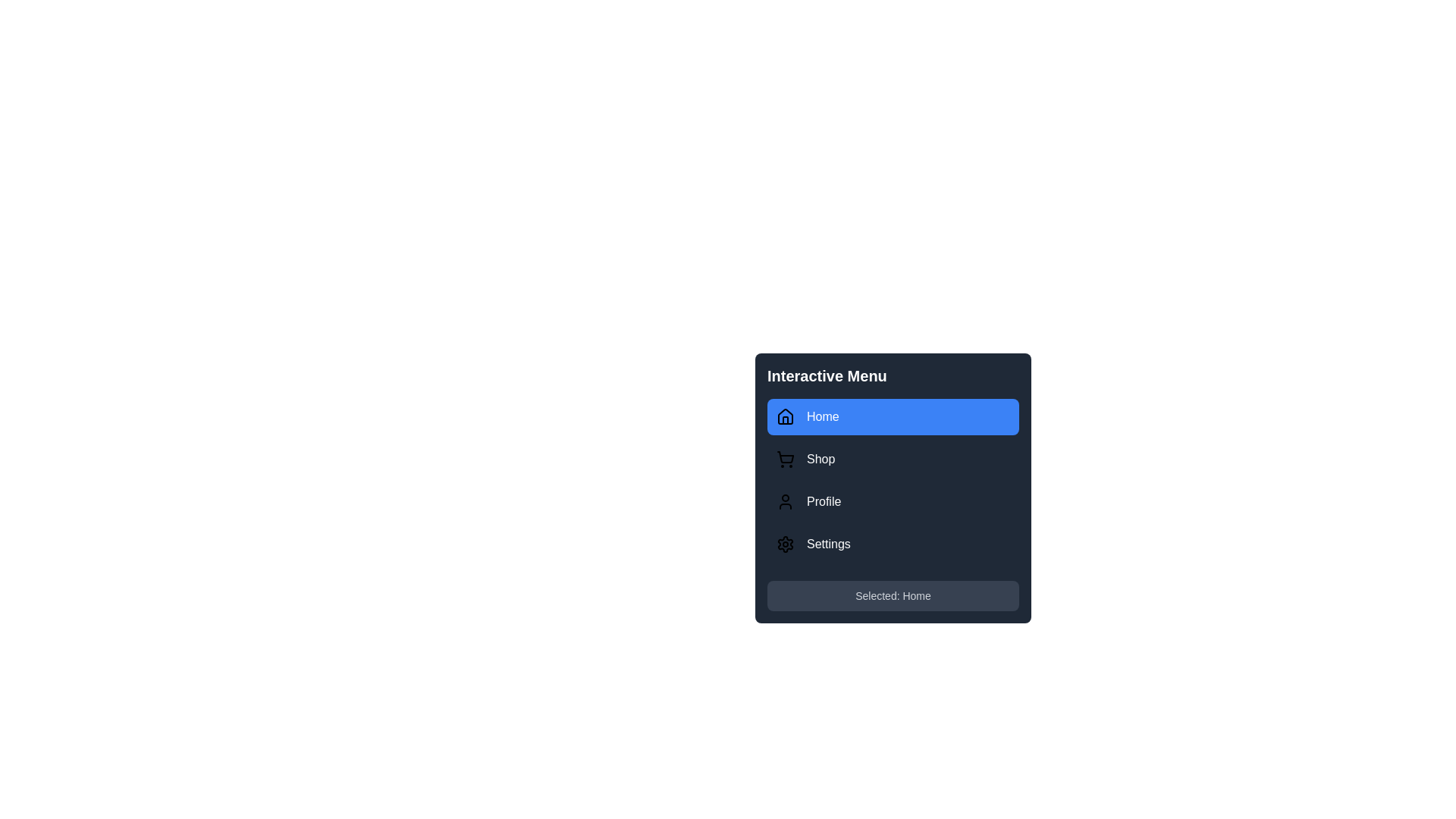 Image resolution: width=1456 pixels, height=819 pixels. I want to click on the decorative portion of the 'Settings' icon, which is located under the 'Profile' option in the menu layout, so click(786, 543).